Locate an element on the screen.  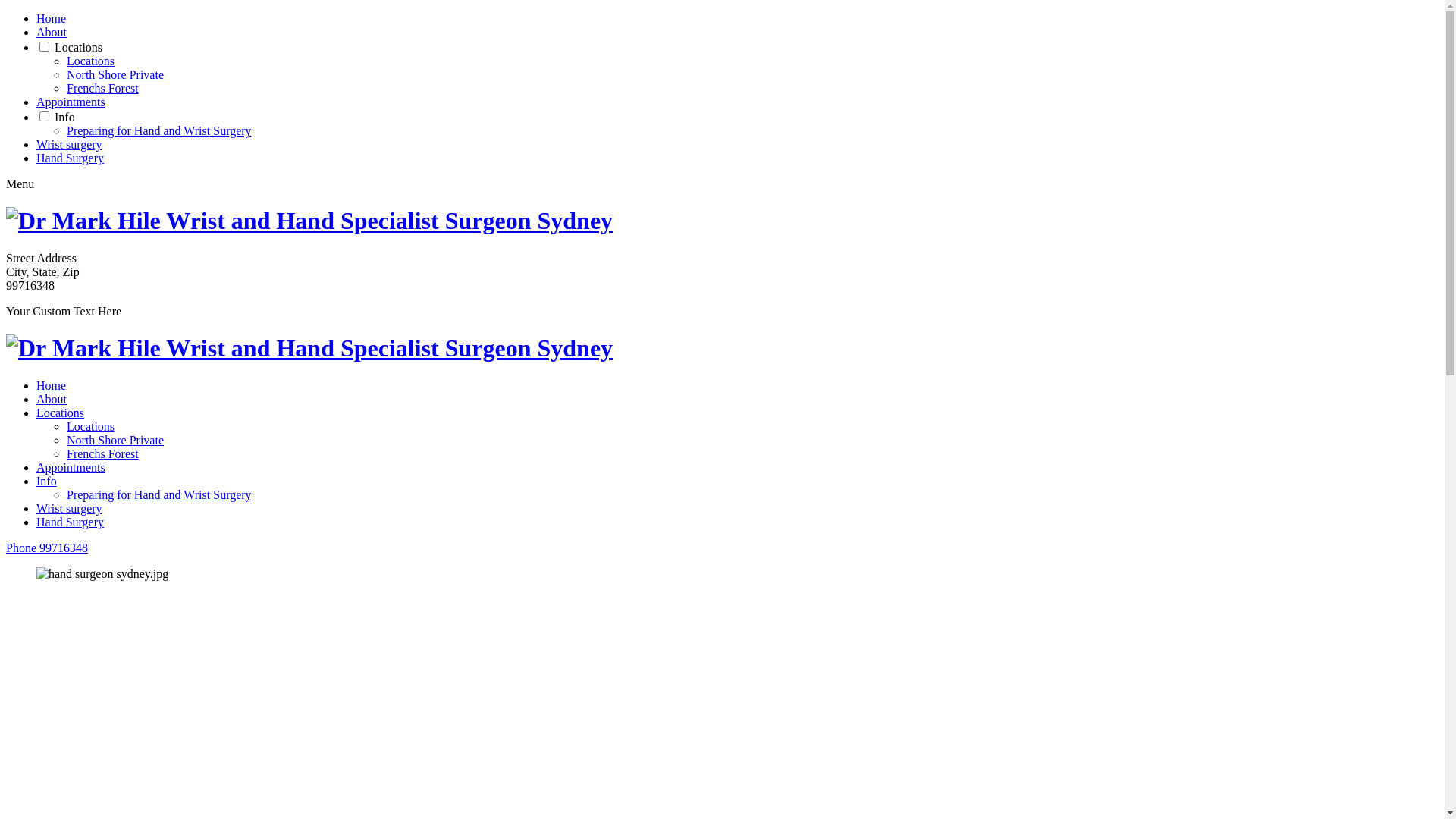
'Hand Surgery' is located at coordinates (69, 521).